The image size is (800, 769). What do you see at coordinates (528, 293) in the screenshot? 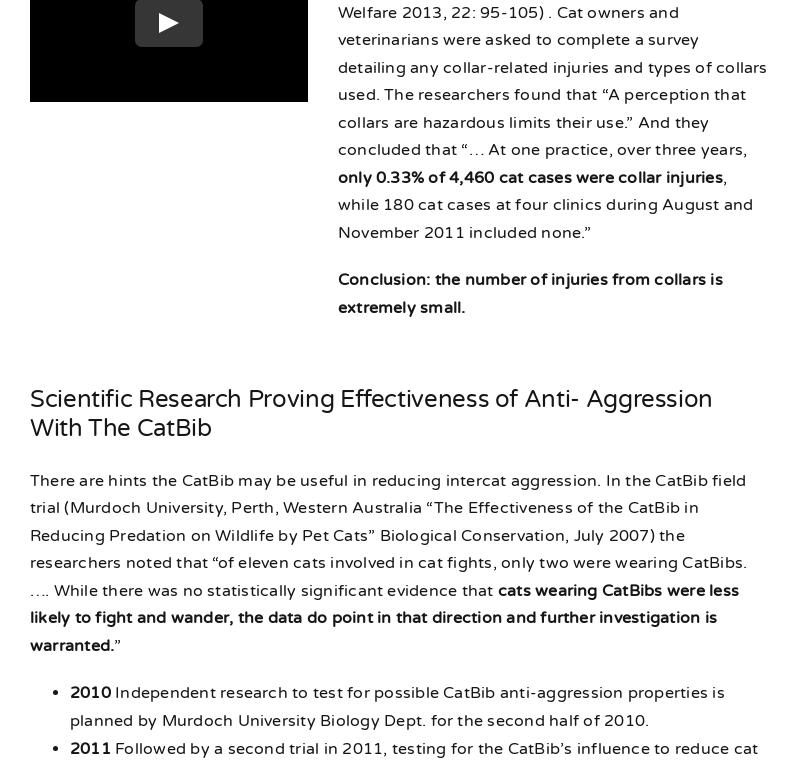
I see `'Conclusion: the number of injuries from collars is extremely small.'` at bounding box center [528, 293].